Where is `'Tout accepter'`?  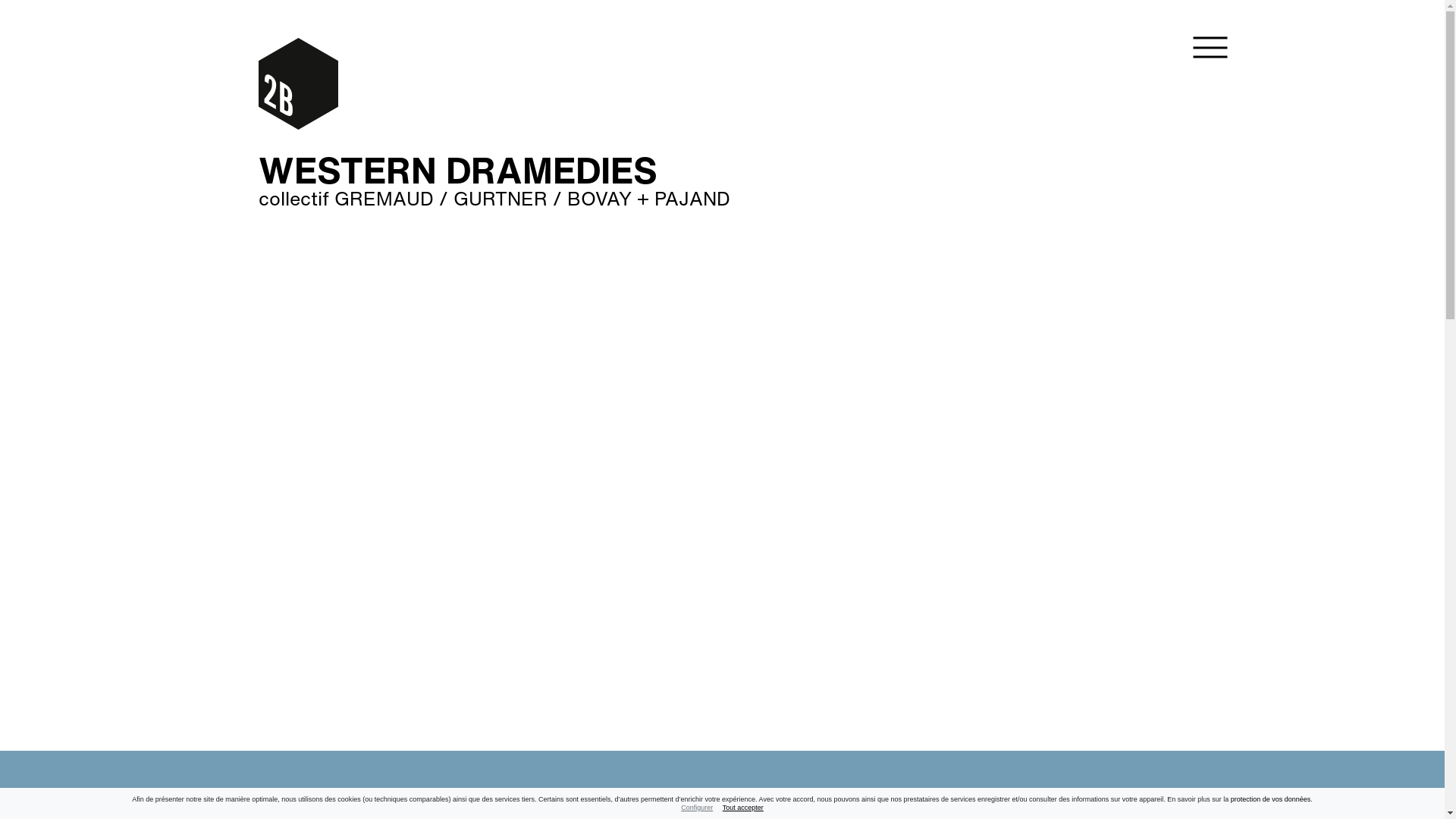
'Tout accepter' is located at coordinates (742, 806).